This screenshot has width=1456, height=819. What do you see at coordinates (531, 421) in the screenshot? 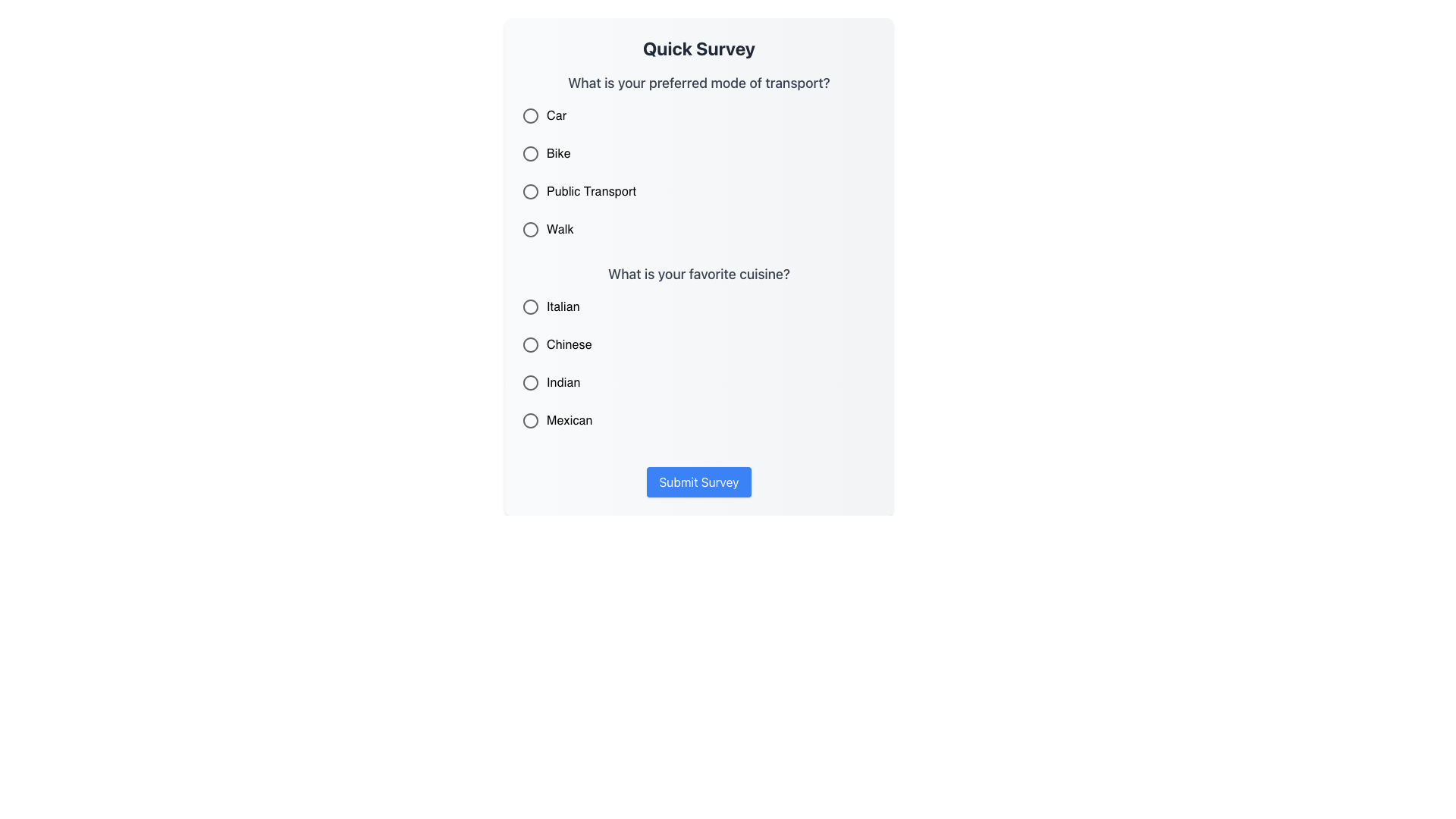
I see `the circular radio button styled in light gray with a black border and a filled black dot at its center, located next to the text label 'Mexican'` at bounding box center [531, 421].